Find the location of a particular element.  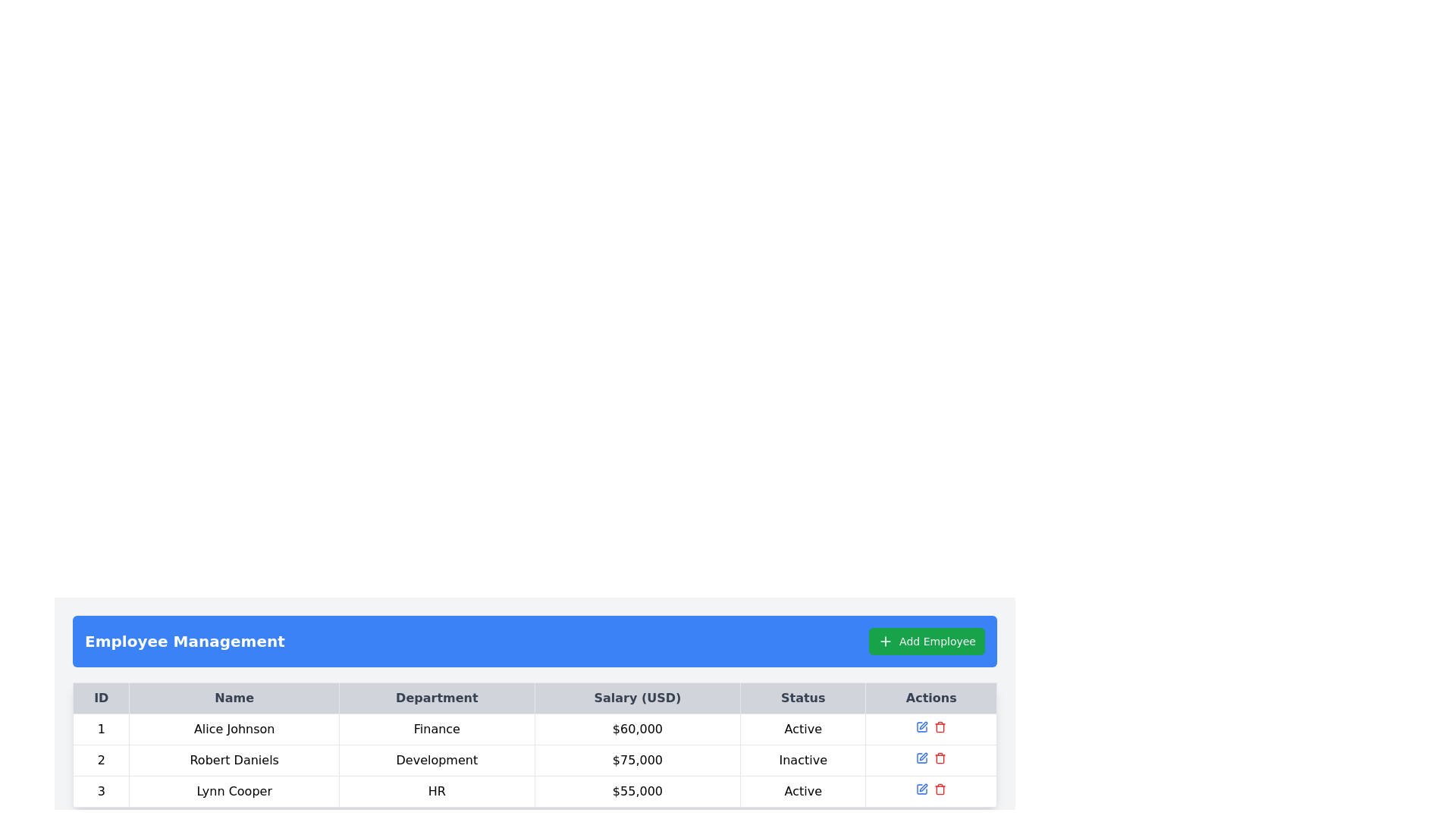

the edit icon button located in the 'Actions' column of the third row in the 'Employee Management' table to initiate editing for 'Lynn Cooper' is located at coordinates (923, 786).